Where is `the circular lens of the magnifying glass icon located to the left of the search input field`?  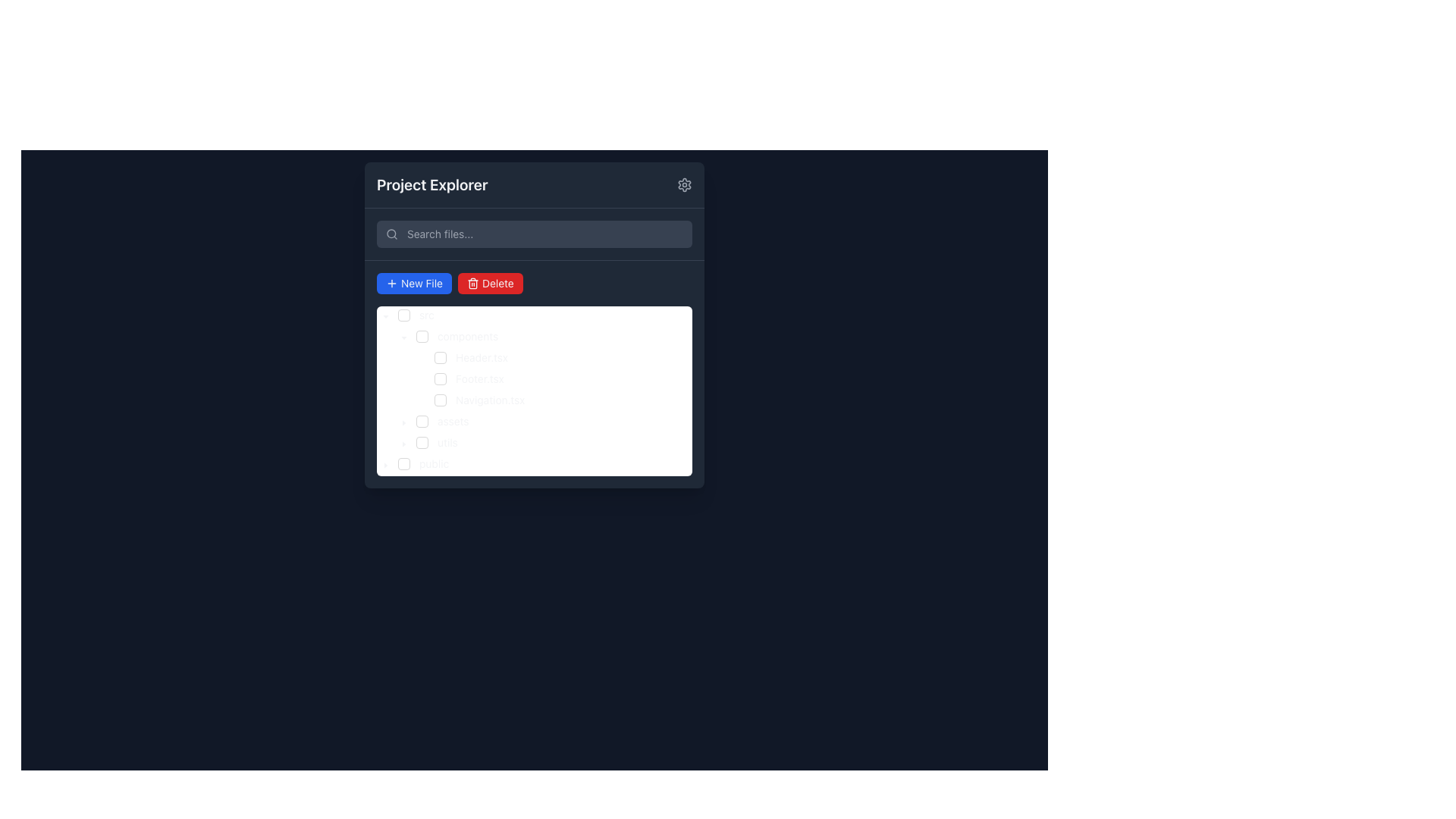 the circular lens of the magnifying glass icon located to the left of the search input field is located at coordinates (391, 234).